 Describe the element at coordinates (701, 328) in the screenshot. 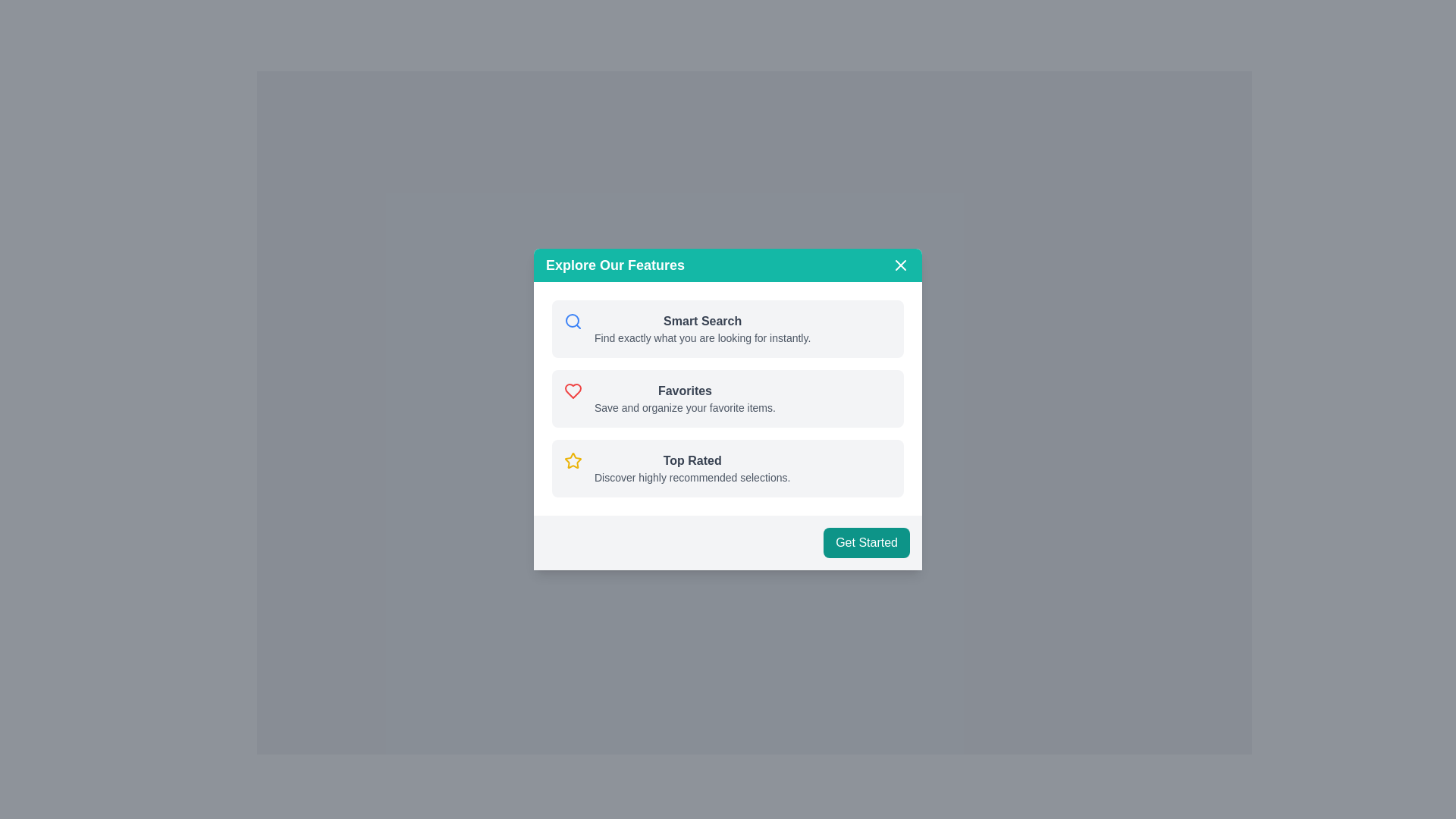

I see `the Text block introducing the 'Smart Search' feature, which is positioned below the magnifying glass icon and is the first item in a vertically arranged list` at that location.